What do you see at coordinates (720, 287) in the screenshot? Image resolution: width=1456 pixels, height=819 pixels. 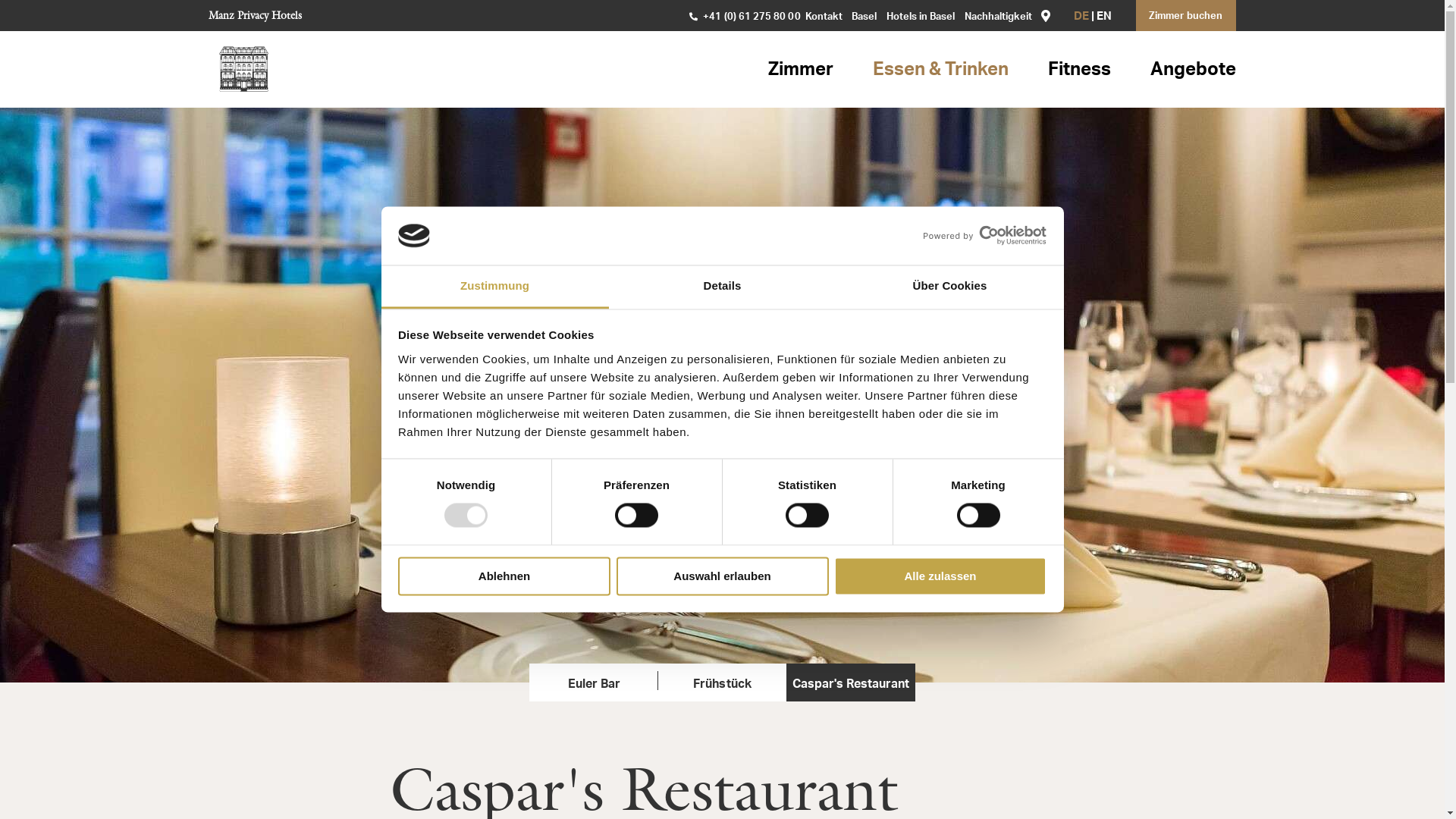 I see `'Details'` at bounding box center [720, 287].